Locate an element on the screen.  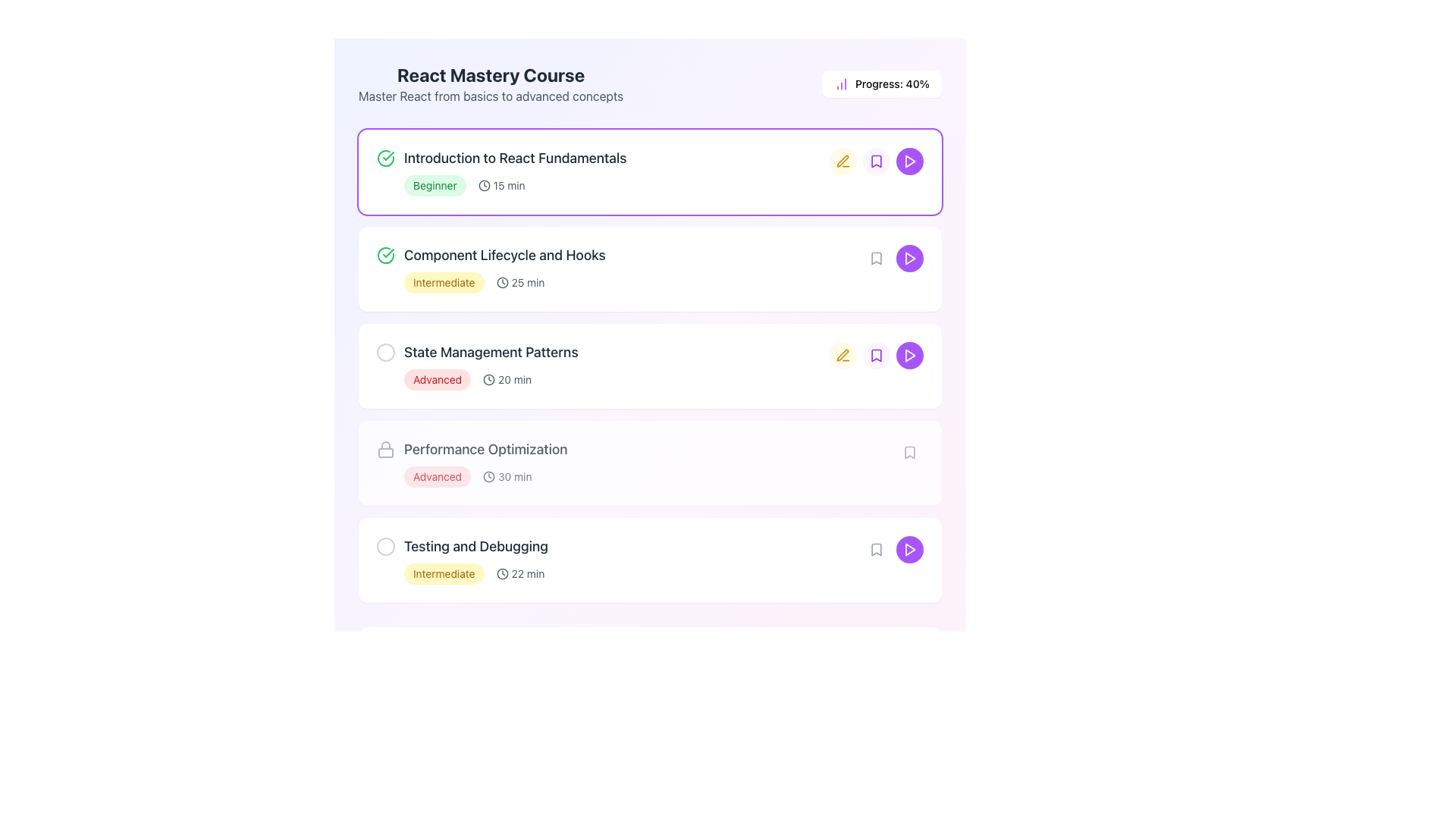
the bookmark icon is located at coordinates (877, 257).